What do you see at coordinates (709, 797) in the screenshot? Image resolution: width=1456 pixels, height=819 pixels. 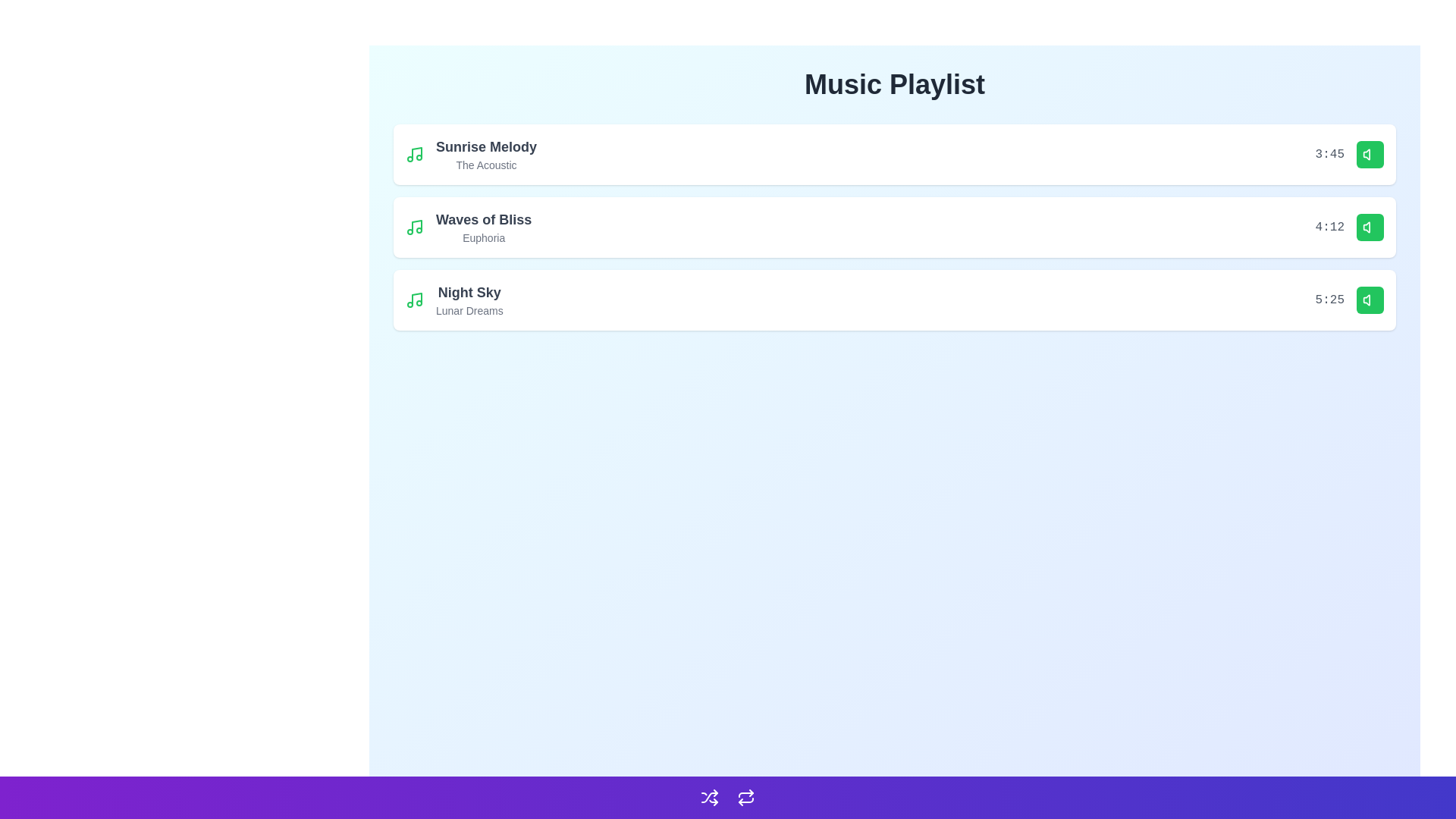 I see `the shuffle button located in the footer area` at bounding box center [709, 797].